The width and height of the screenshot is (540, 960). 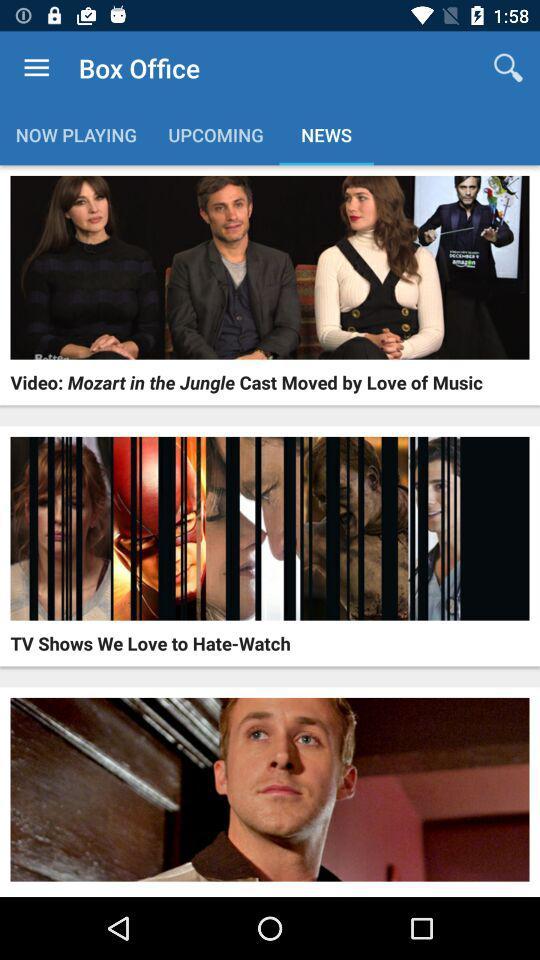 I want to click on the item above now playing icon, so click(x=36, y=68).